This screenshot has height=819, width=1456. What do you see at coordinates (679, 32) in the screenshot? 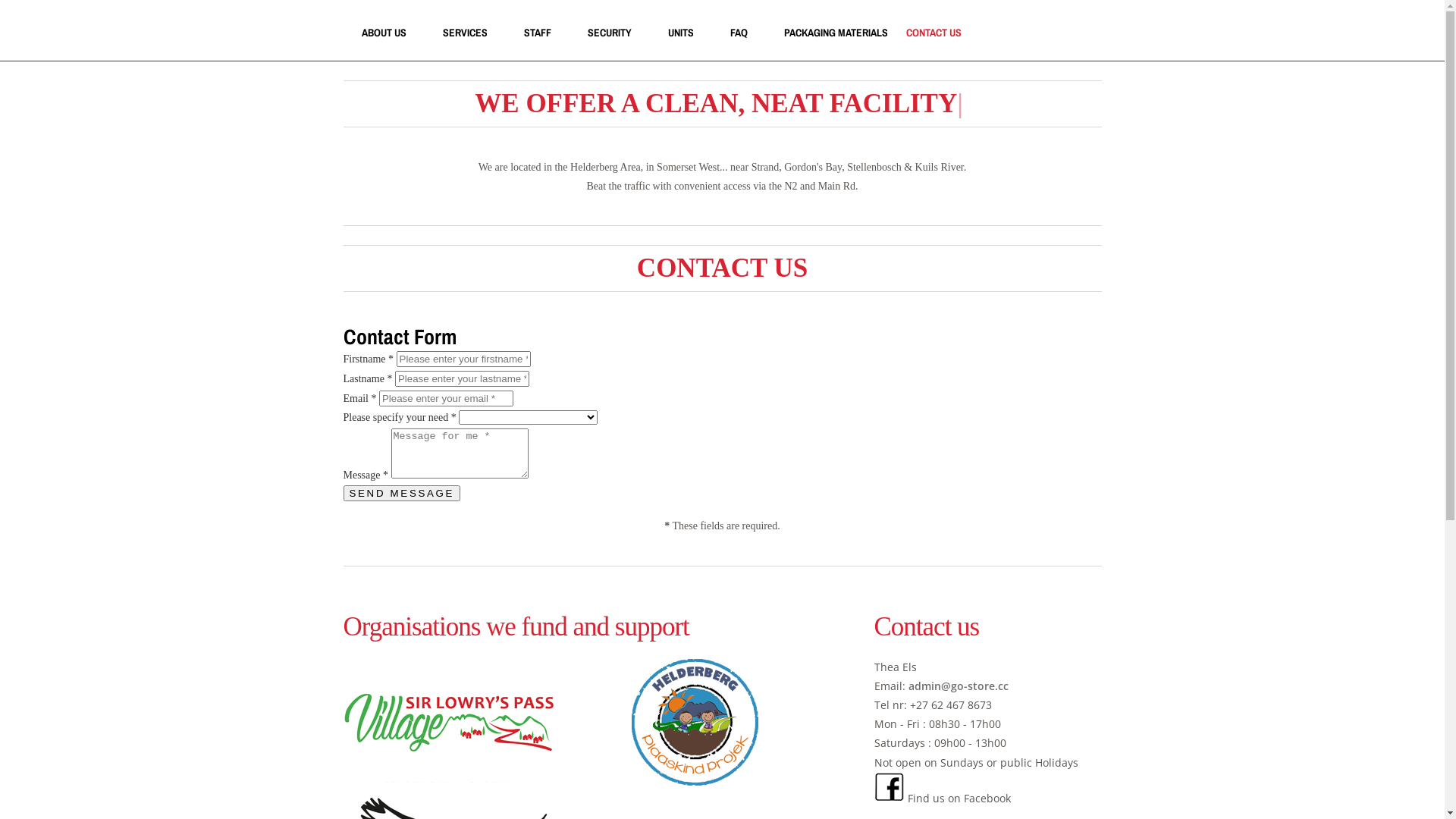
I see `'UNITS'` at bounding box center [679, 32].